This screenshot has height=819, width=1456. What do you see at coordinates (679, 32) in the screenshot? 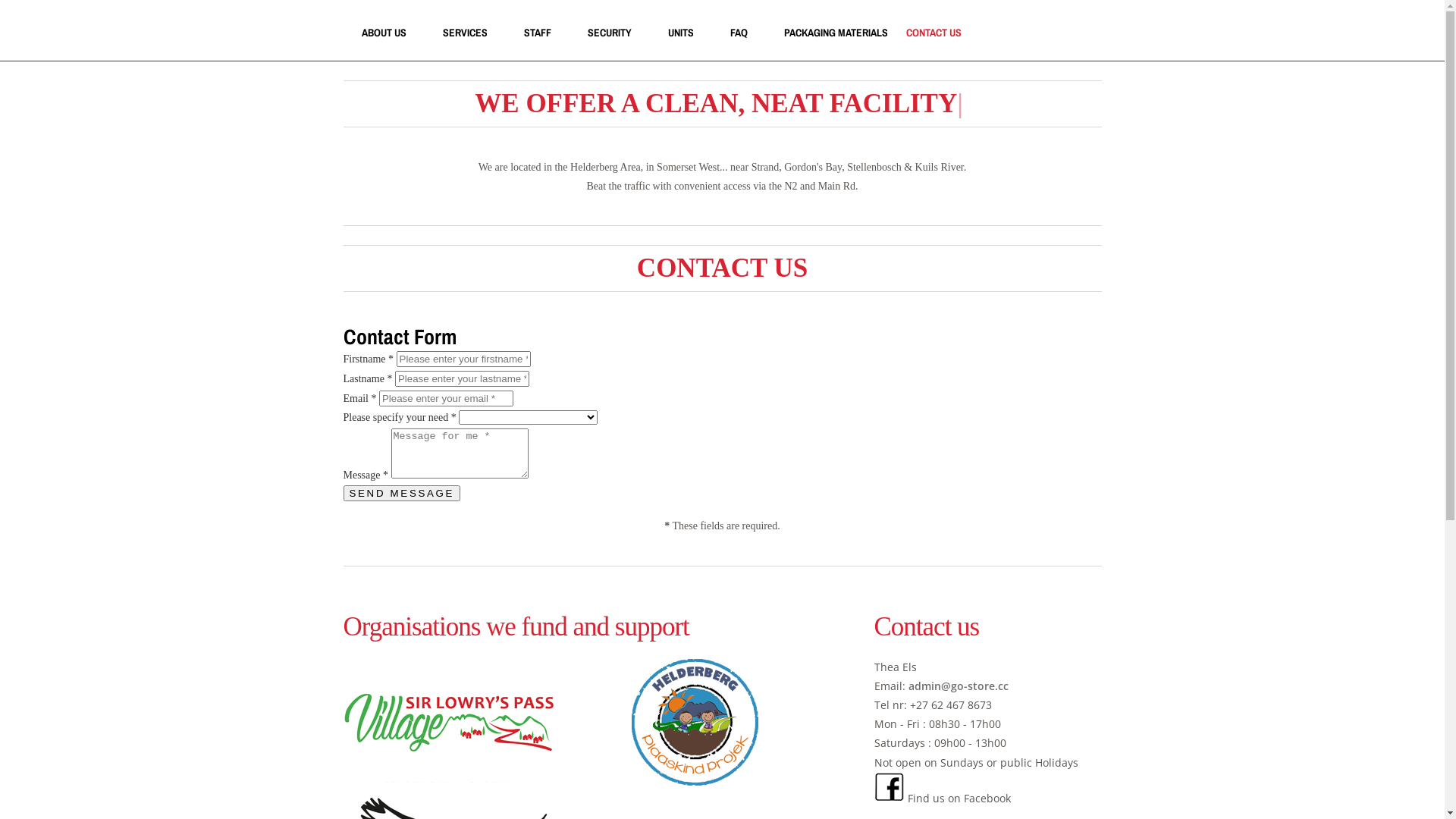
I see `'UNITS'` at bounding box center [679, 32].